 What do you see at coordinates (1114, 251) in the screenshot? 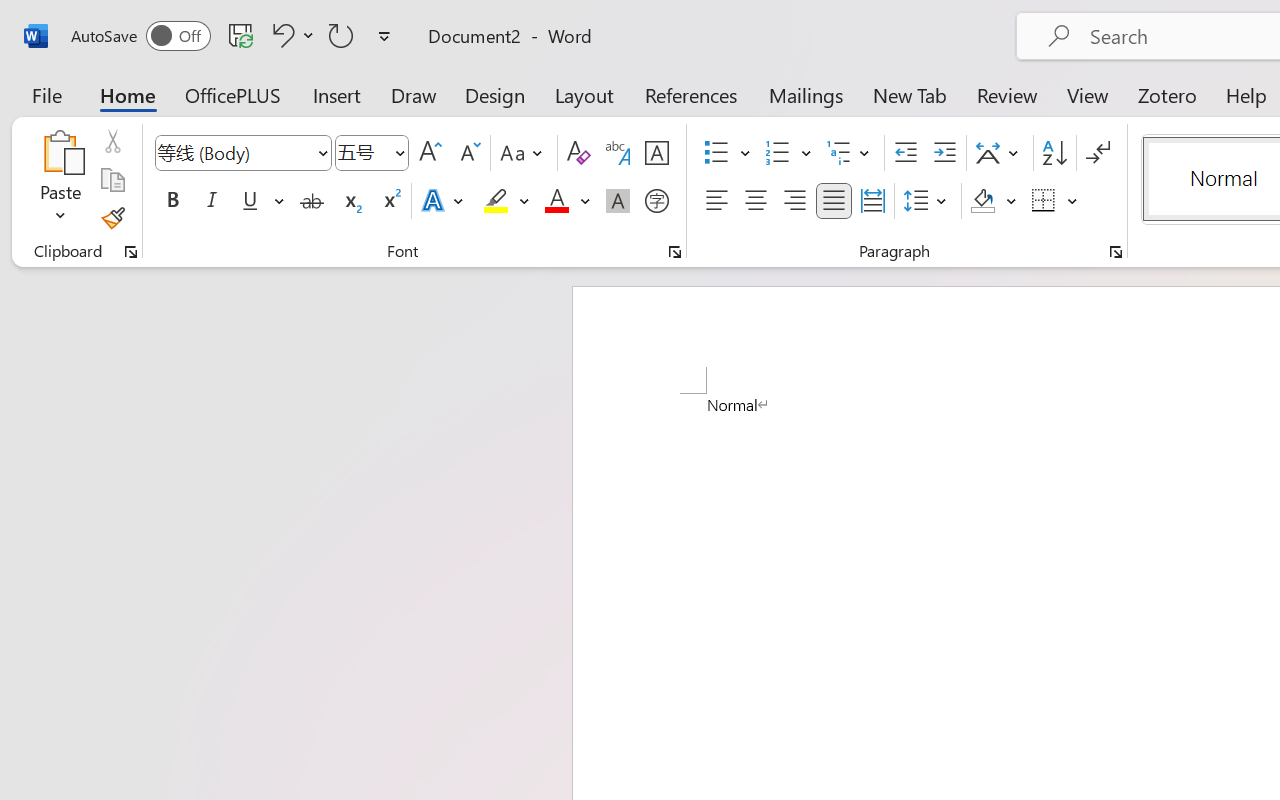
I see `'Paragraph...'` at bounding box center [1114, 251].